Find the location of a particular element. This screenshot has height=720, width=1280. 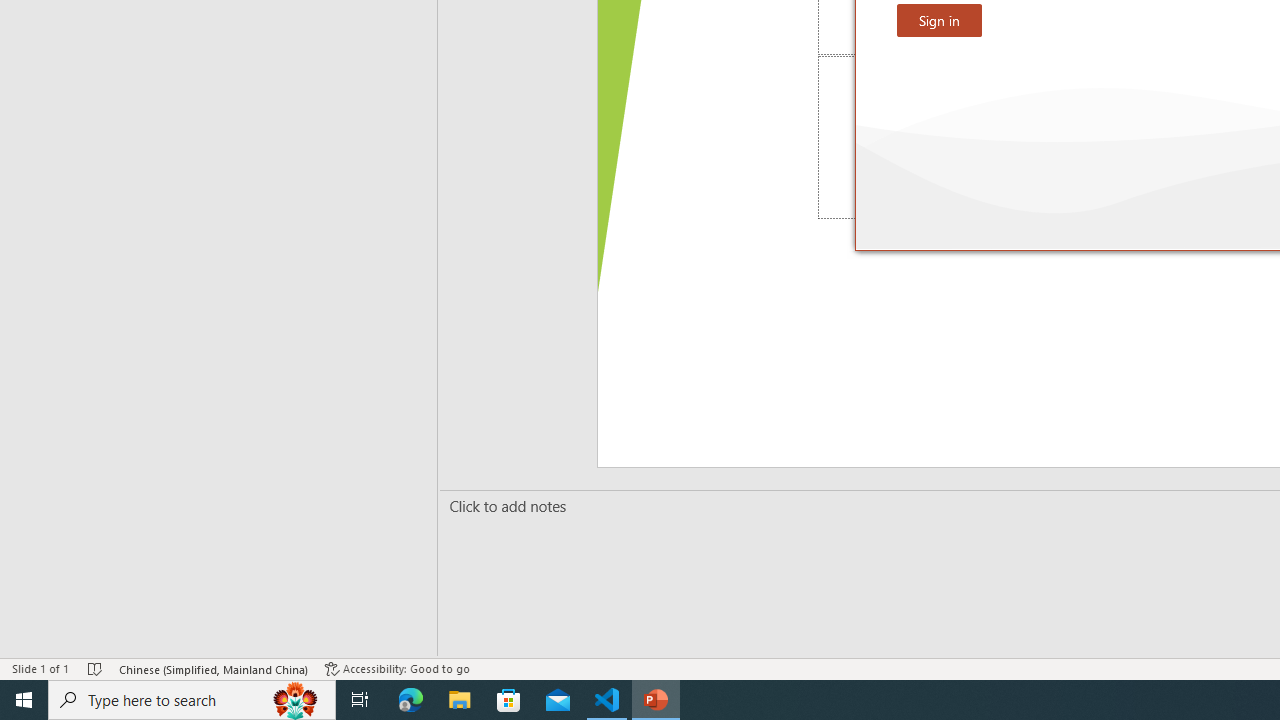

'Microsoft Edge' is located at coordinates (410, 698).